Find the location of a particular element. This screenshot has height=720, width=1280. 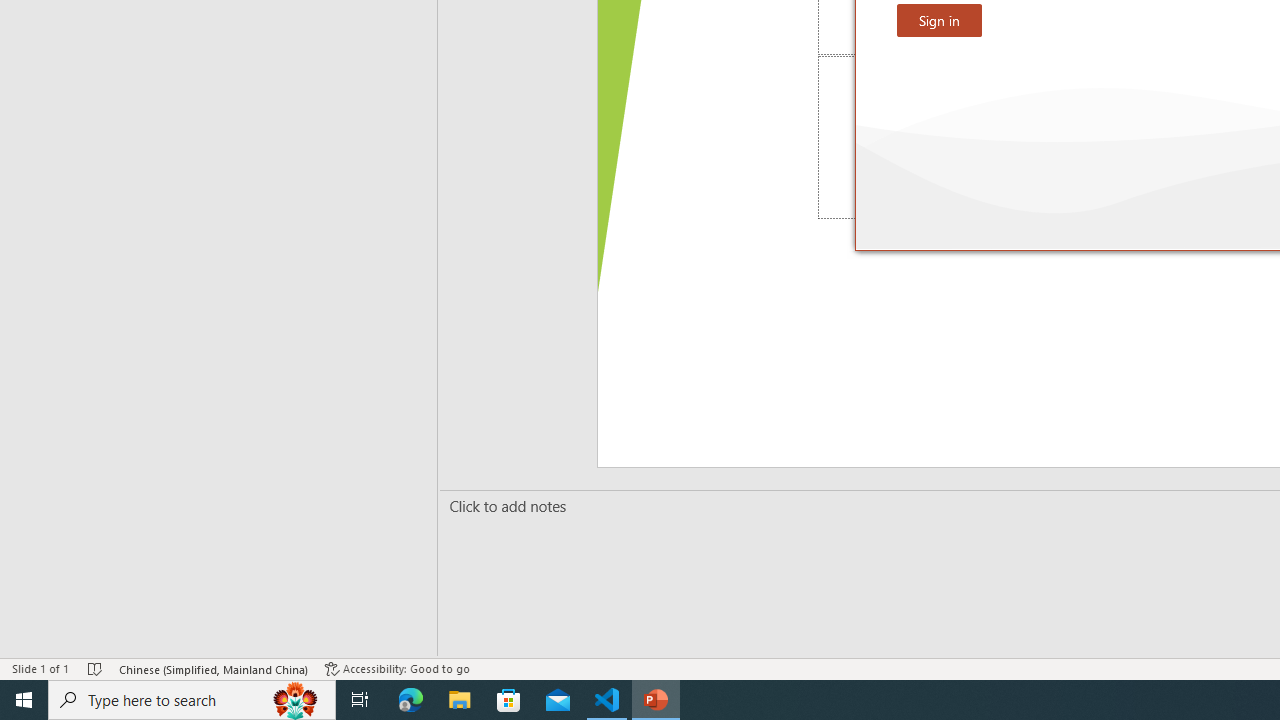

'Microsoft Edge' is located at coordinates (410, 698).